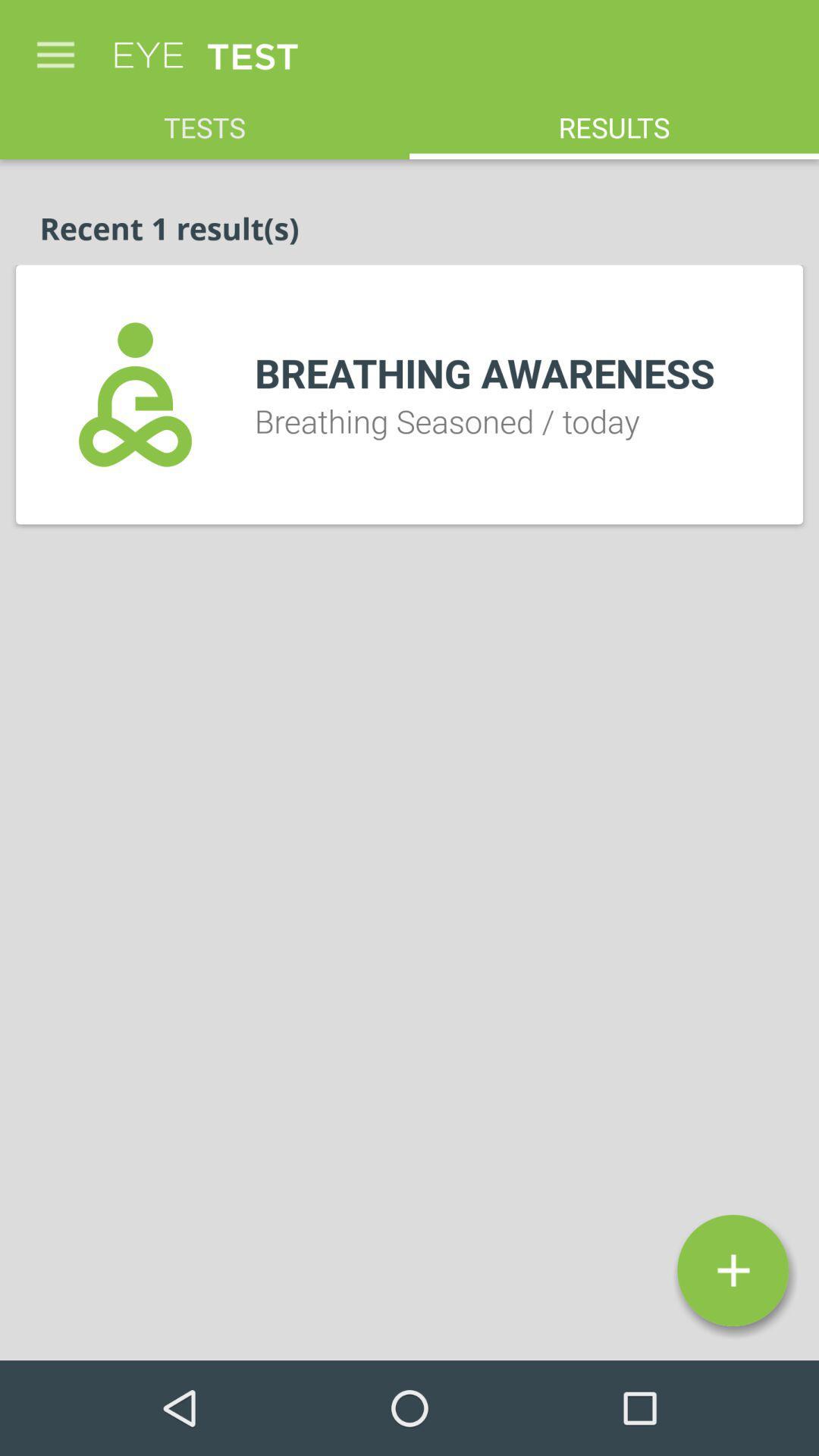 Image resolution: width=819 pixels, height=1456 pixels. What do you see at coordinates (205, 118) in the screenshot?
I see `item above the recent 1 result` at bounding box center [205, 118].